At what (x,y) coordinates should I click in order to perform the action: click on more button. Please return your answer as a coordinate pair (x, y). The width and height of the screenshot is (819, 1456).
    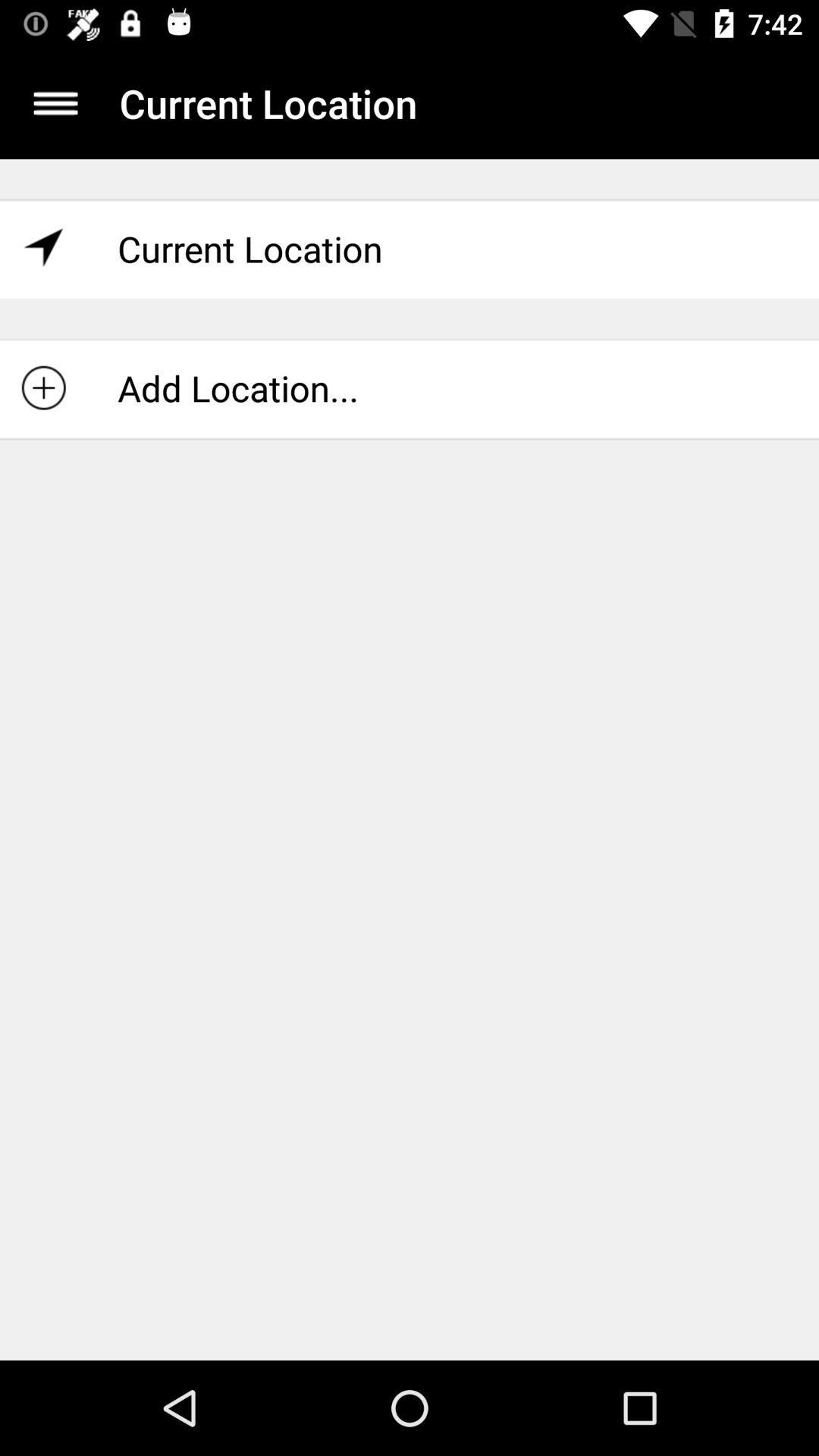
    Looking at the image, I should click on (55, 102).